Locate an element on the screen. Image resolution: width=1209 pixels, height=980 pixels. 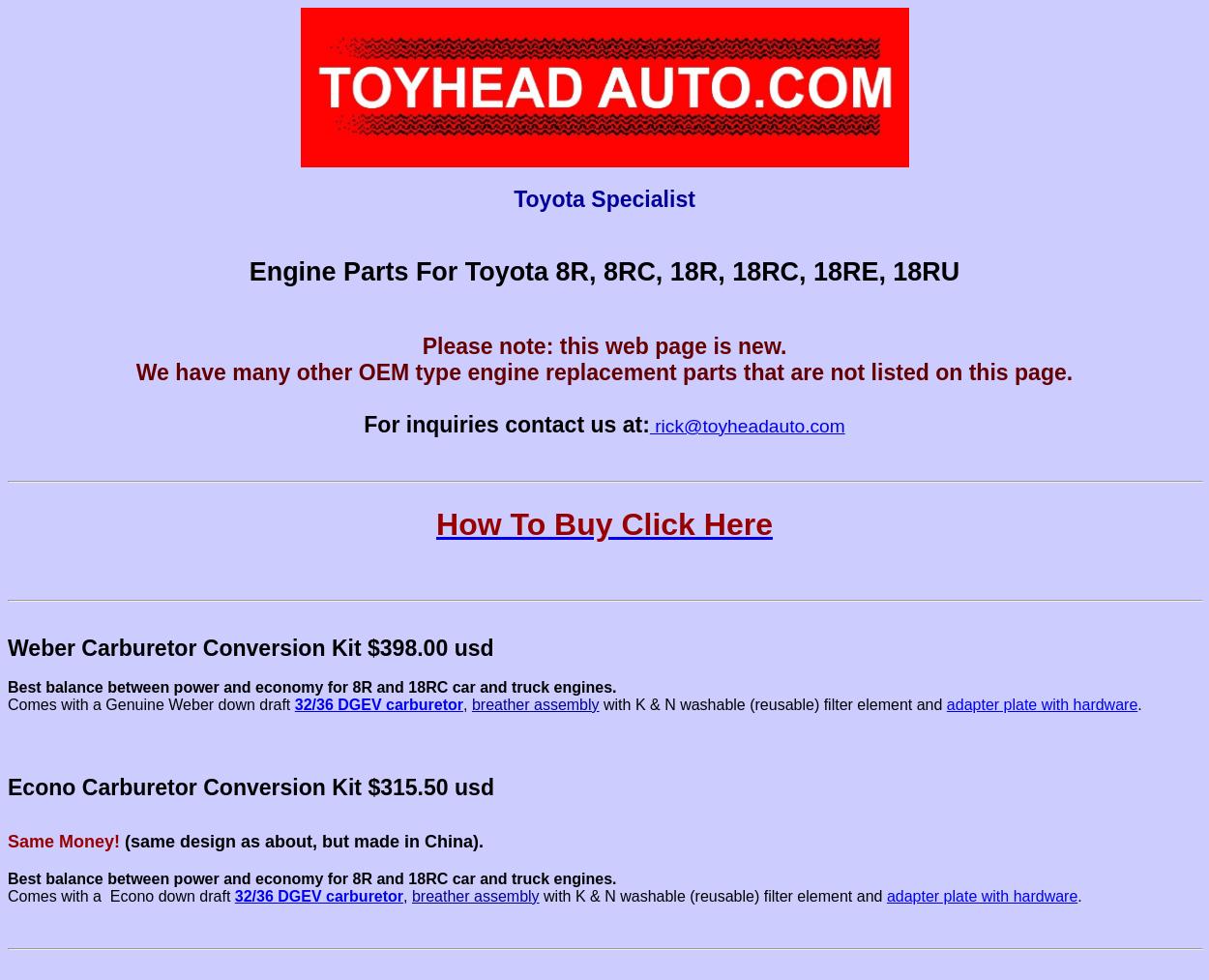
'Parts












                For Toyota 8R, 8RC, 18R, 18RC, 18RE, 18RU' is located at coordinates (651, 269).